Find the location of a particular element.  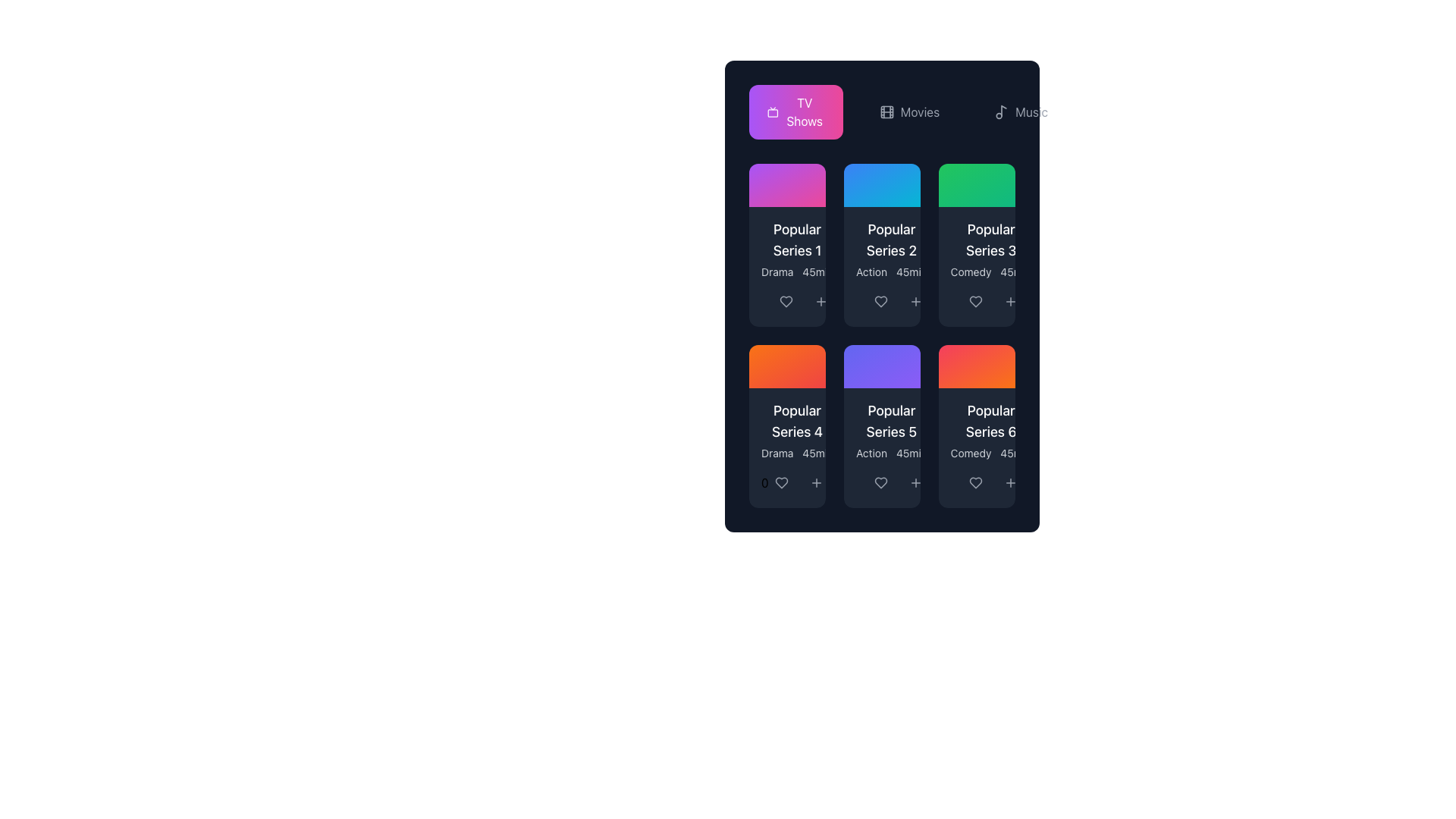

the Music icon located in the top navigation bar, which serves as a button for accessing the Music section of the application is located at coordinates (1002, 111).